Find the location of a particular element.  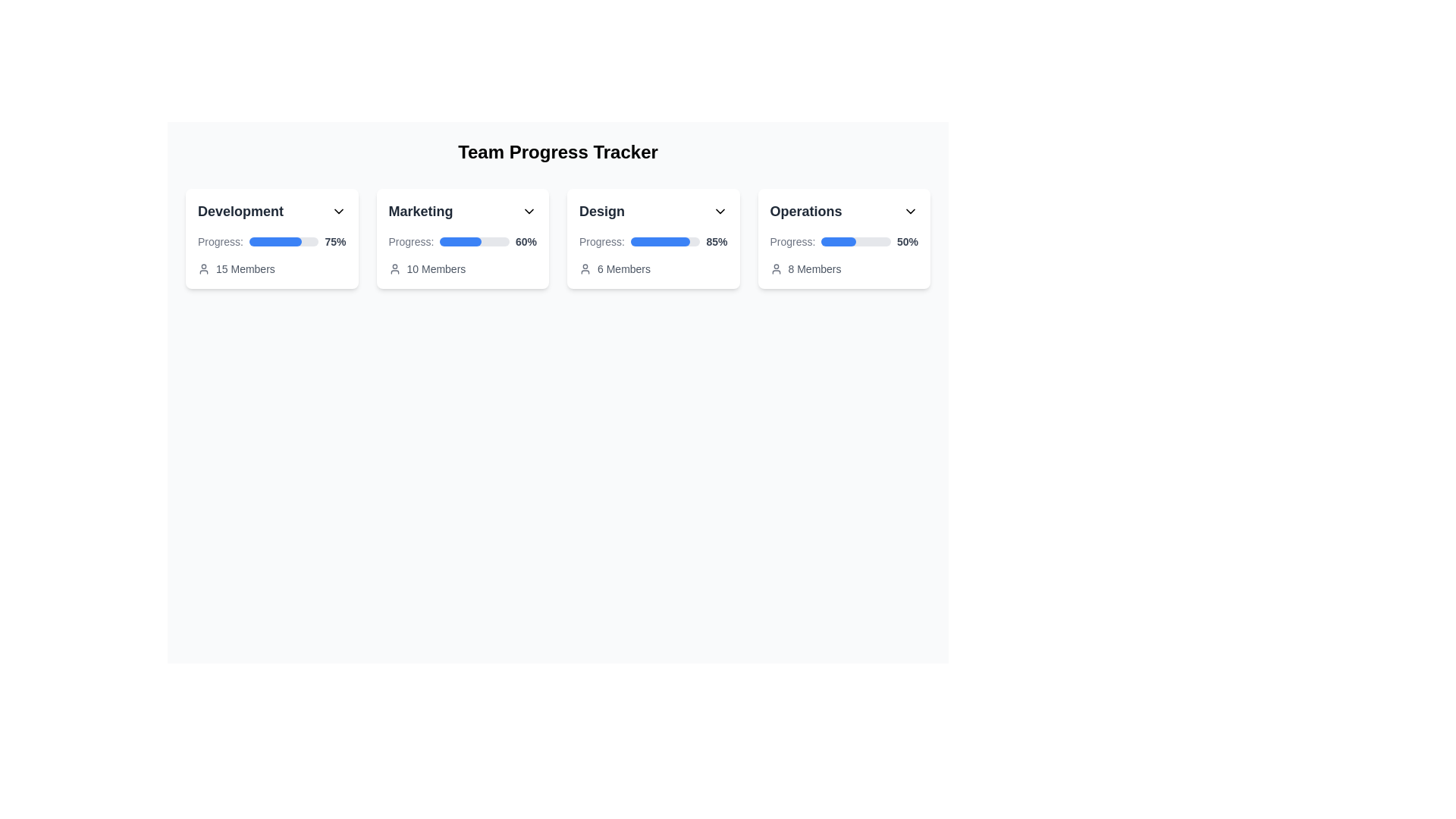

the visual representation of the progress in the horizontal progress bar located in the 'Development' section of the 'Team Progress Tracker' interface, which is filled to 75% with blue color is located at coordinates (284, 241).